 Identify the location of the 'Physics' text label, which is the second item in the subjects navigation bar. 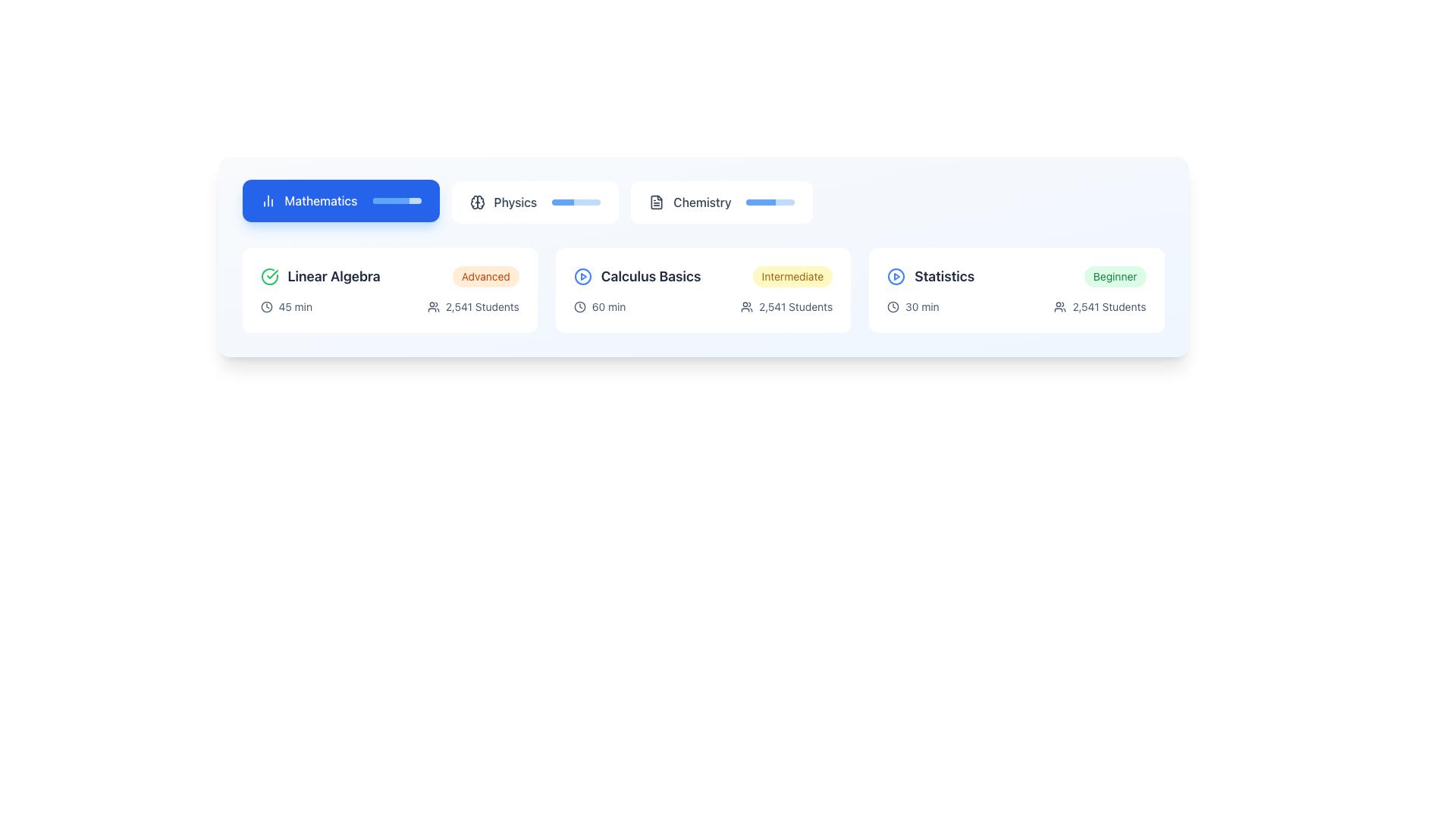
(515, 201).